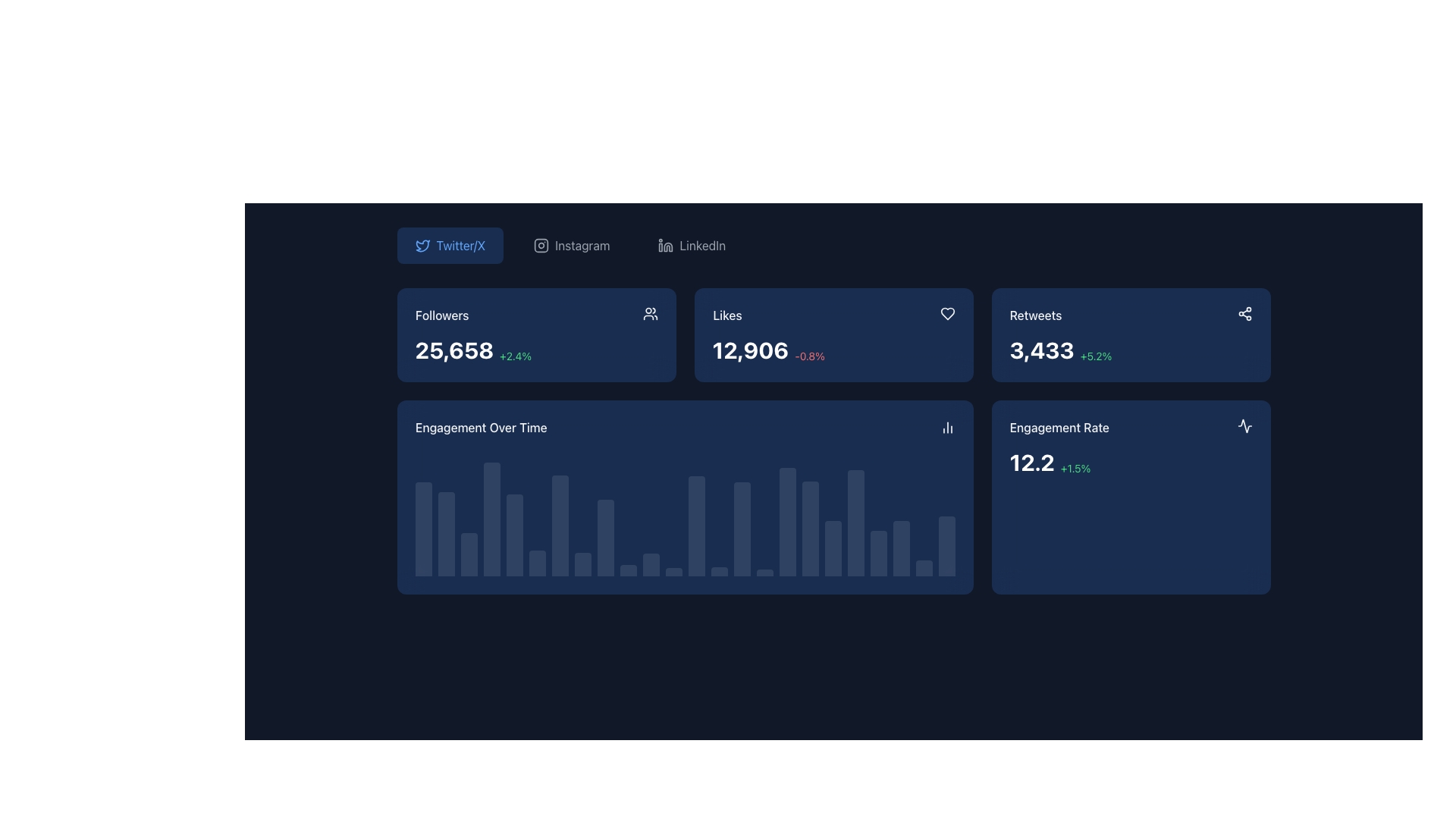  What do you see at coordinates (684, 497) in the screenshot?
I see `the data presented in the Visual data card titled 'Engagement Over Time', which features a dark blue background and a bar chart` at bounding box center [684, 497].